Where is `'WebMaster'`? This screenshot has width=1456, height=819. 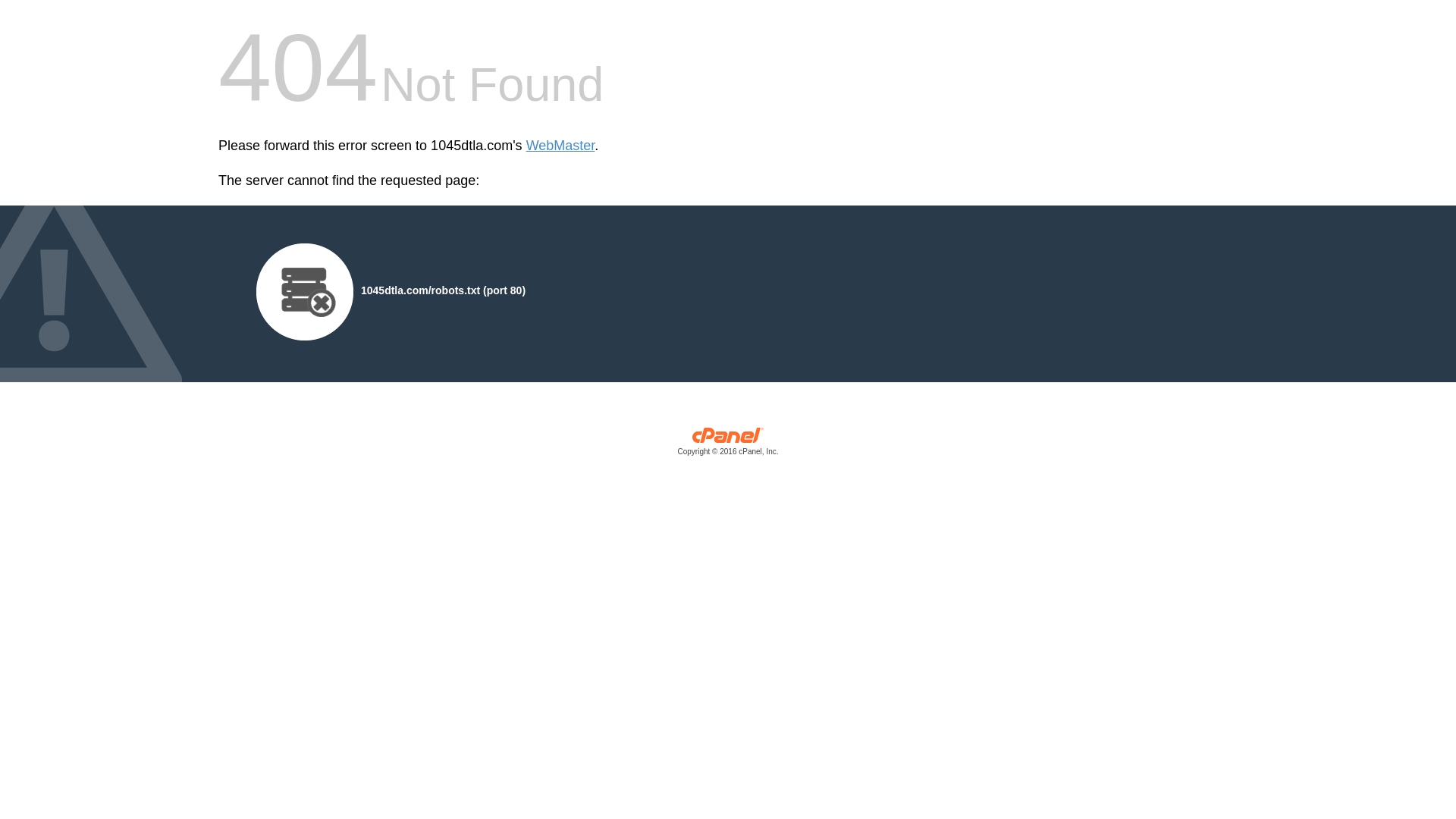 'WebMaster' is located at coordinates (526, 146).